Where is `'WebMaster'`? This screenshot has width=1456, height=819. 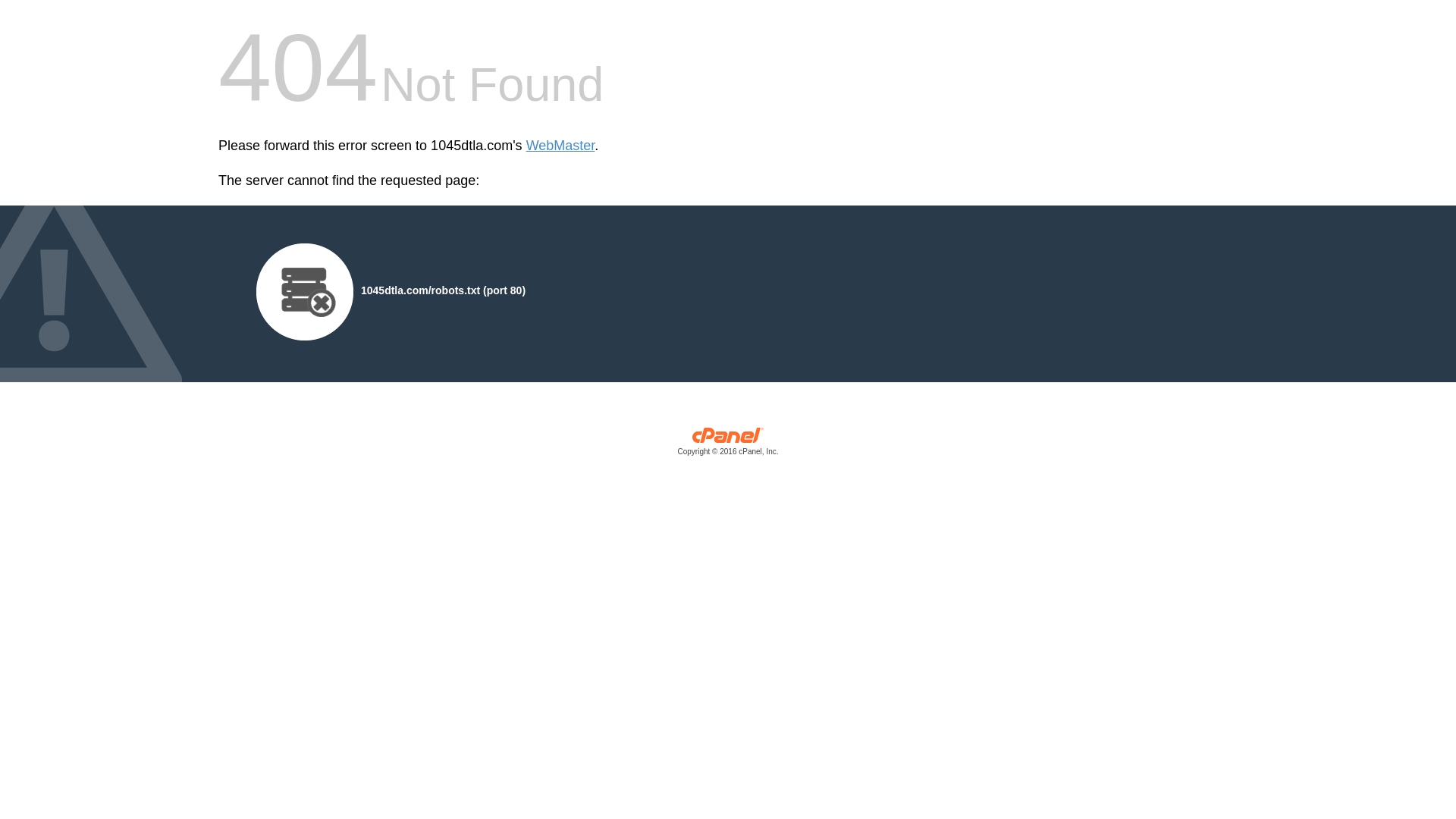 'WebMaster' is located at coordinates (526, 146).